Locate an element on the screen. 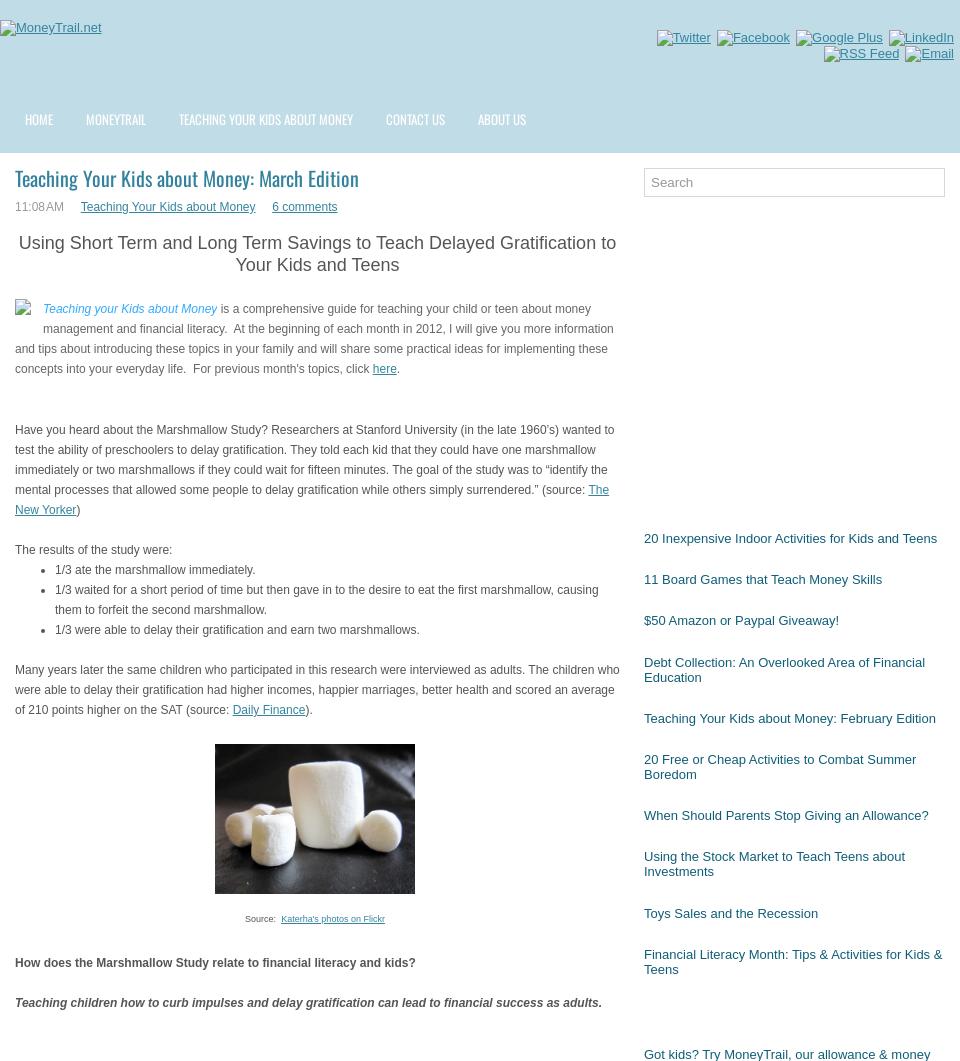 This screenshot has height=1061, width=960. '11 Board Games that Teach Money Skills' is located at coordinates (762, 578).